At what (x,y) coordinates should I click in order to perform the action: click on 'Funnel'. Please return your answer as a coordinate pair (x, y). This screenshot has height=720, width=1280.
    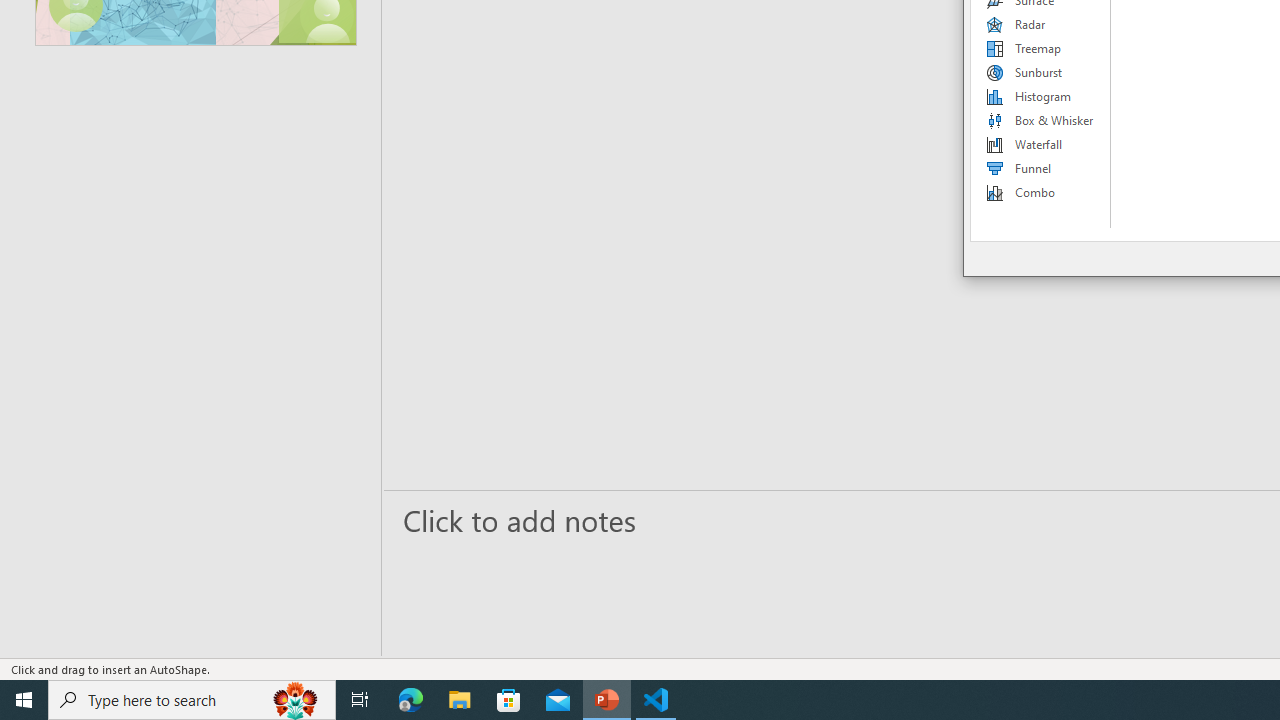
    Looking at the image, I should click on (1040, 167).